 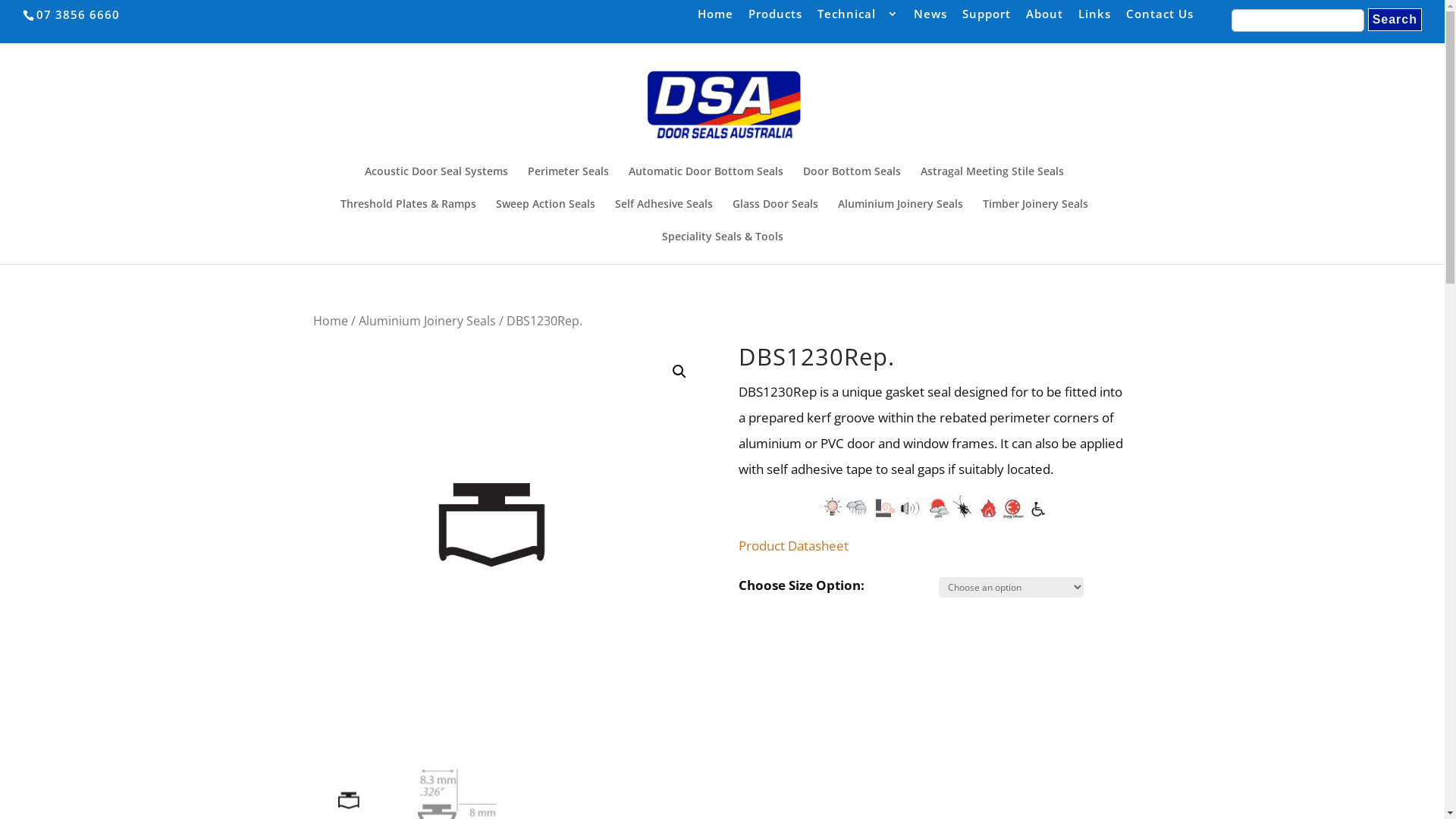 I want to click on 'Threshold Plates & Ramps', so click(x=407, y=215).